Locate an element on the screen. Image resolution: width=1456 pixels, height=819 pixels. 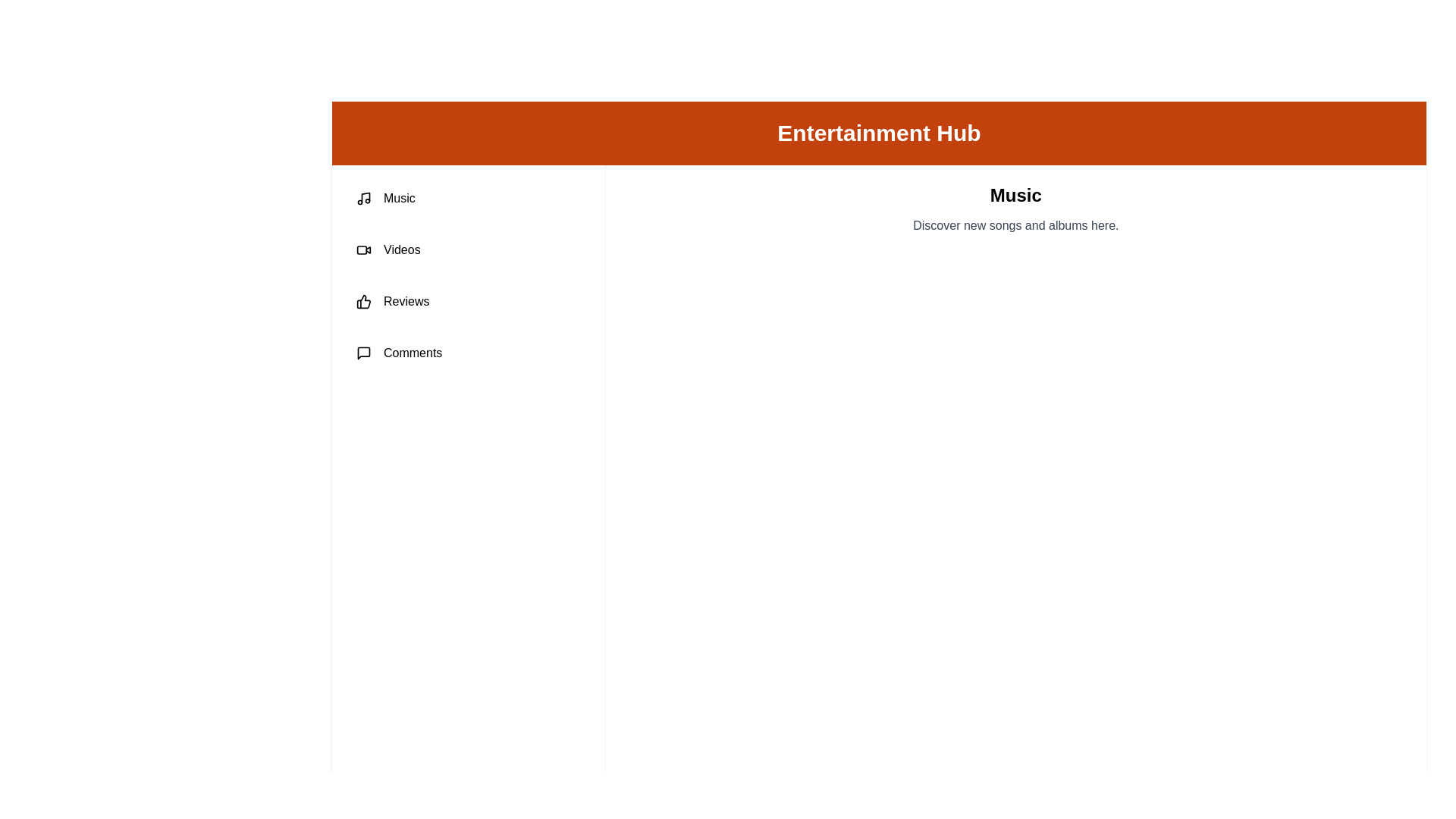
the tab labeled Reviews to view its content is located at coordinates (468, 301).